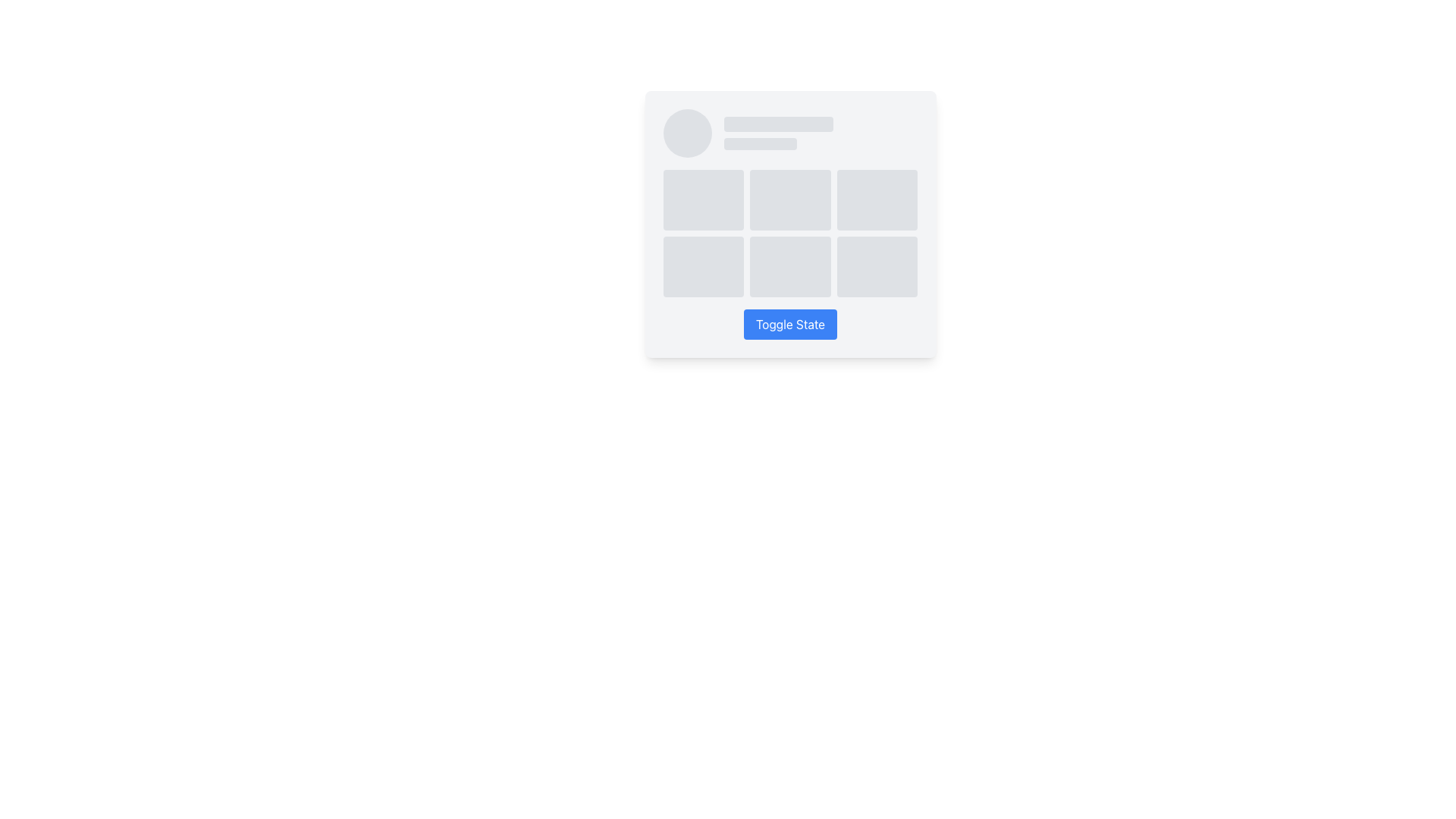 This screenshot has height=819, width=1456. Describe the element at coordinates (877, 199) in the screenshot. I see `the third placeholder element in the first row of a grid containing six placeholders, which is positioned to the right of two similar rectangular placeholders` at that location.